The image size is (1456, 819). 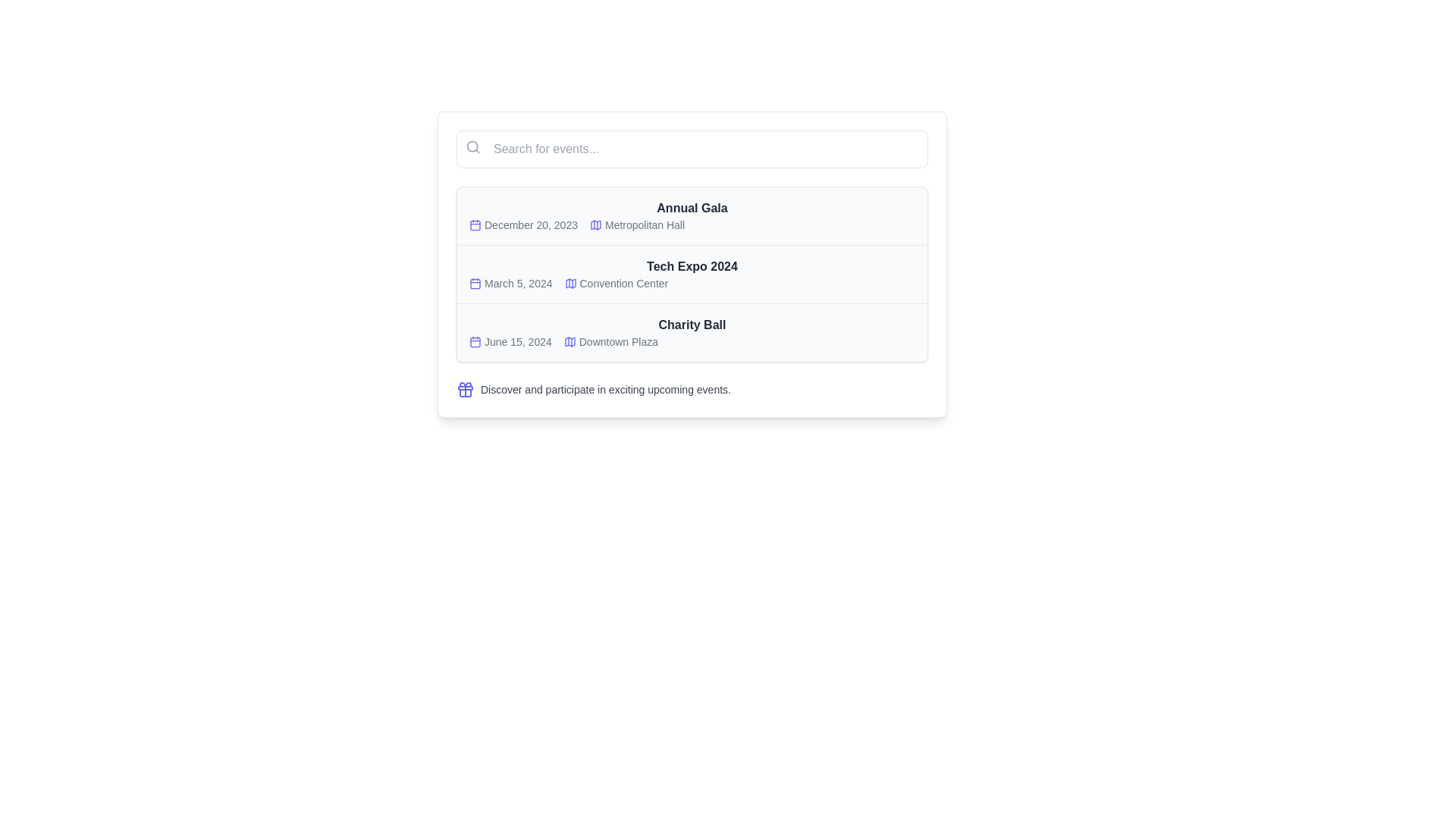 What do you see at coordinates (691, 324) in the screenshot?
I see `the static text element labeled 'Charity Ball', which serves as the title for an event, located within a card-like structure listing events` at bounding box center [691, 324].